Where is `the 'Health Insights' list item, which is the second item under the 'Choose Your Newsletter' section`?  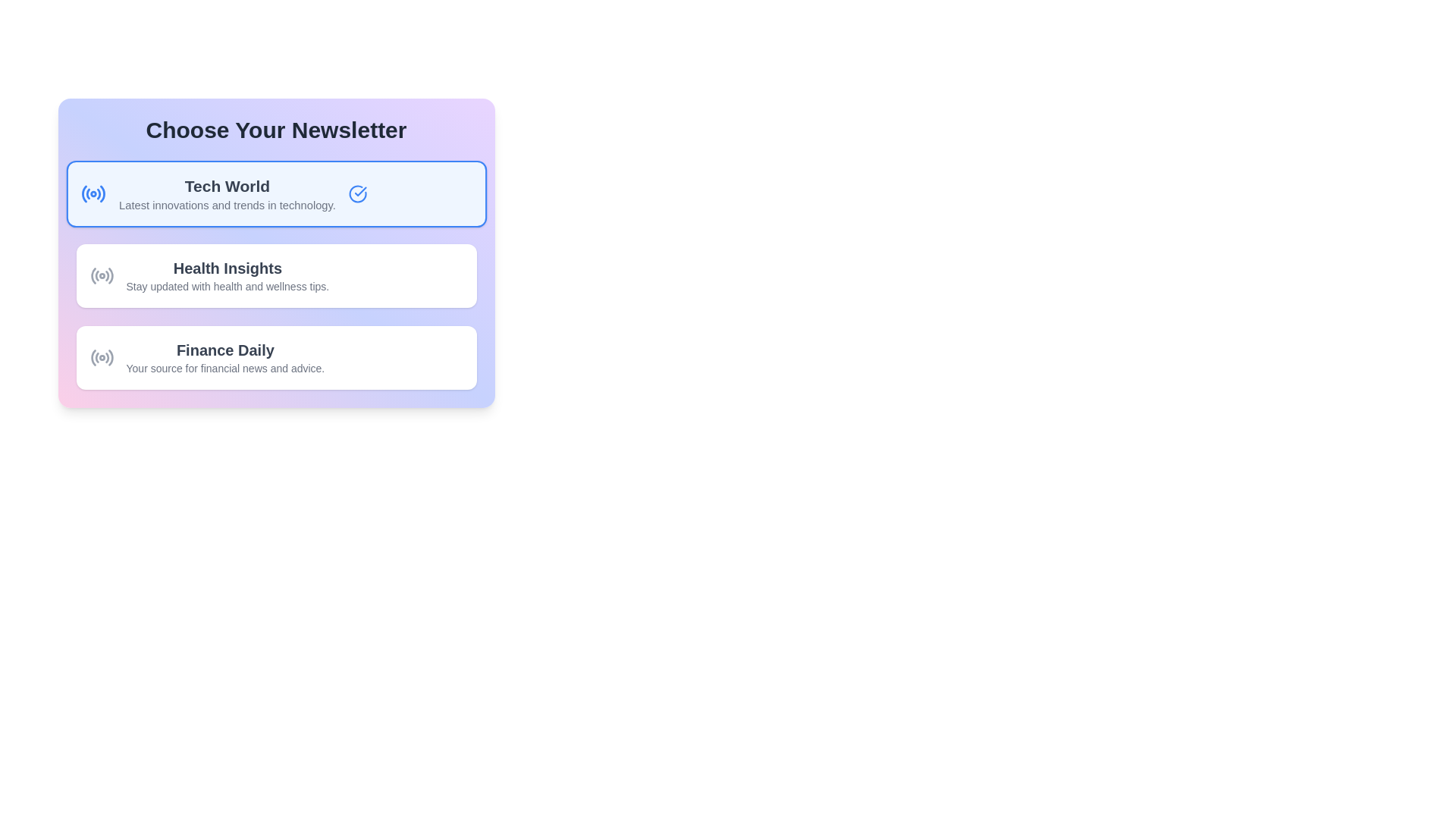
the 'Health Insights' list item, which is the second item under the 'Choose Your Newsletter' section is located at coordinates (276, 275).